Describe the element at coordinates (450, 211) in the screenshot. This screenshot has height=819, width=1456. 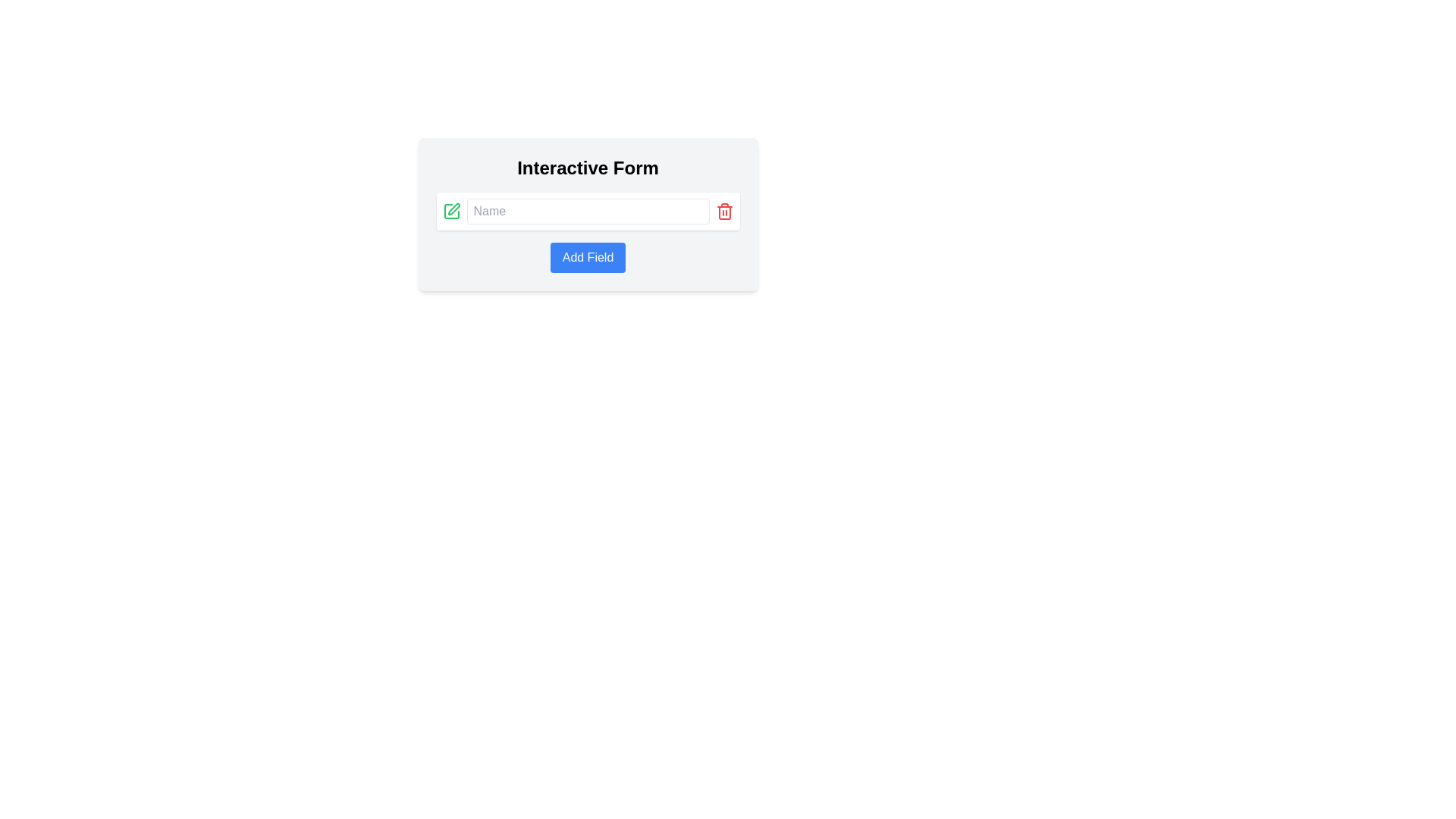
I see `the green pen icon SVG element located to the left of the 'Name' text input field` at that location.